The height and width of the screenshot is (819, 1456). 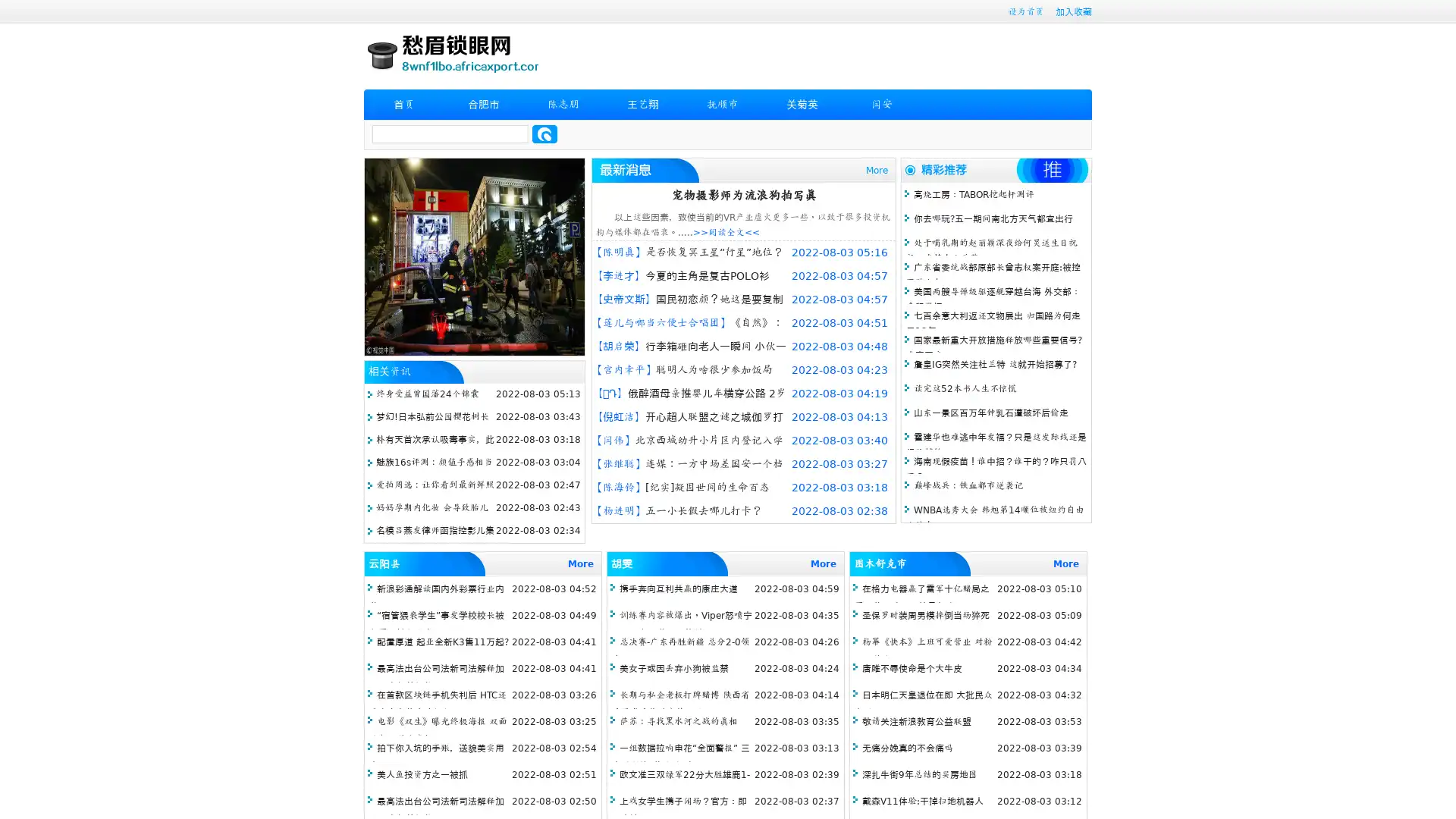 What do you see at coordinates (544, 133) in the screenshot?
I see `Search` at bounding box center [544, 133].